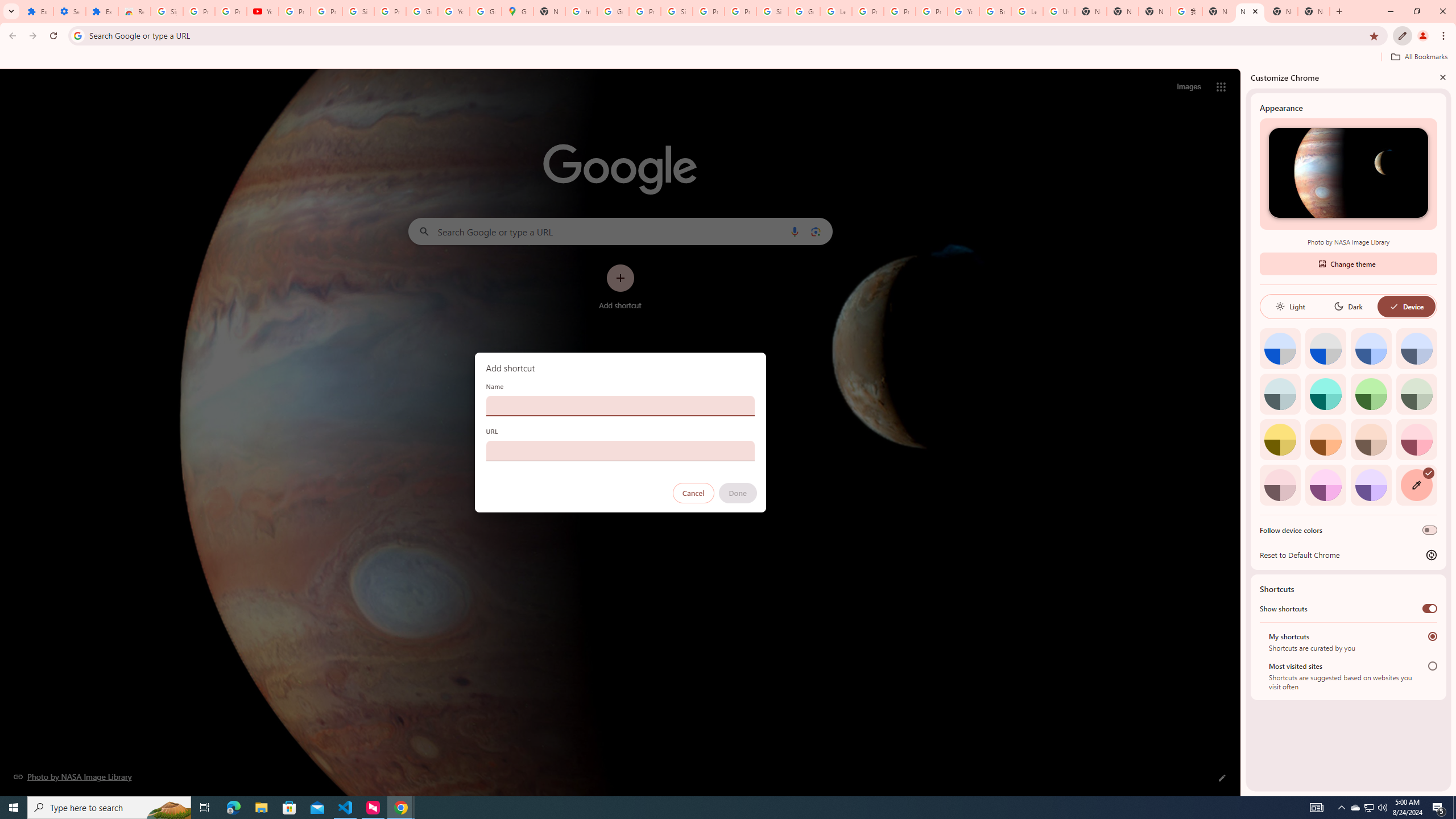 This screenshot has width=1456, height=819. What do you see at coordinates (693, 493) in the screenshot?
I see `'Cancel'` at bounding box center [693, 493].